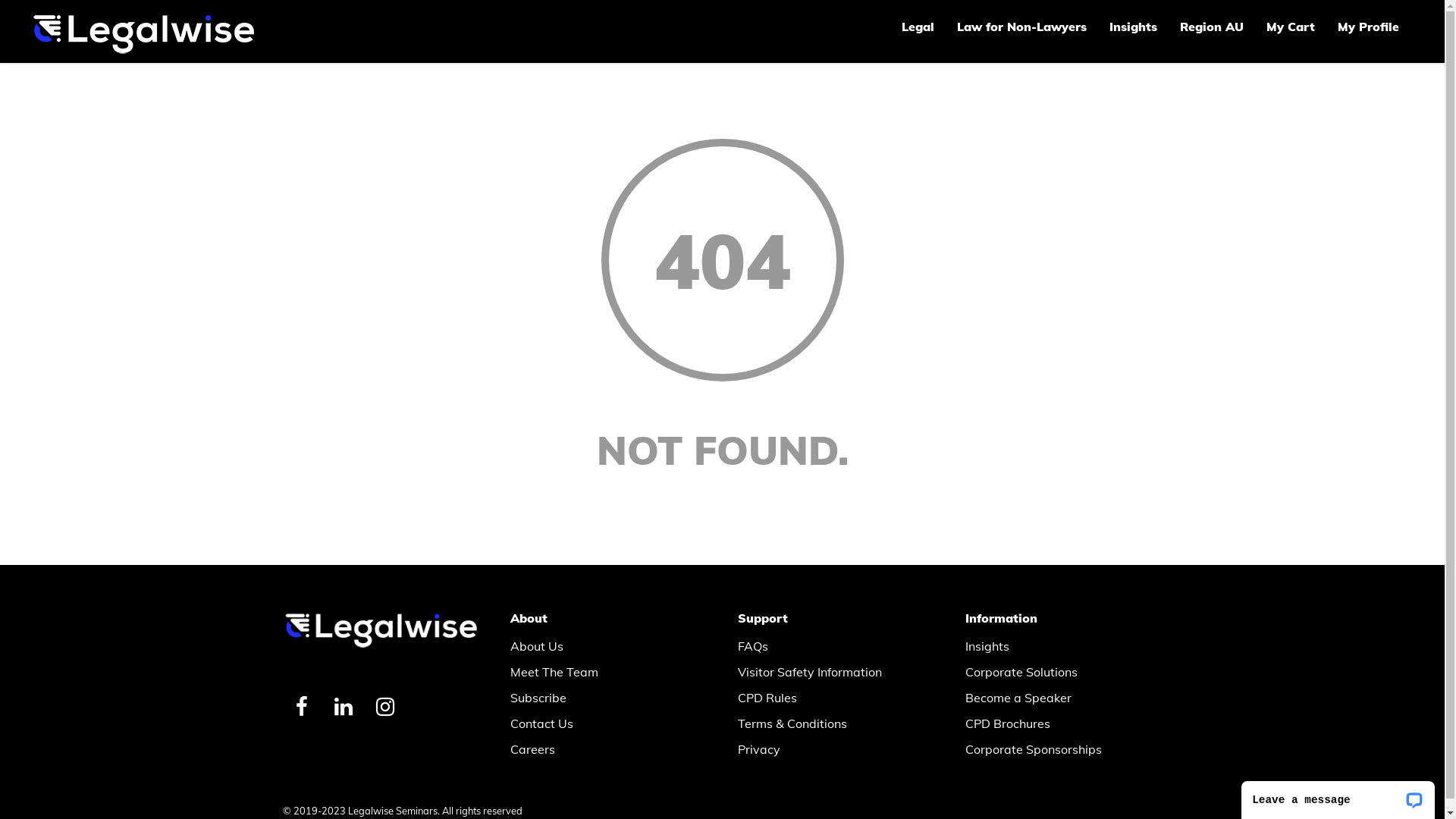 The image size is (1456, 819). I want to click on 'My Cart', so click(1290, 26).